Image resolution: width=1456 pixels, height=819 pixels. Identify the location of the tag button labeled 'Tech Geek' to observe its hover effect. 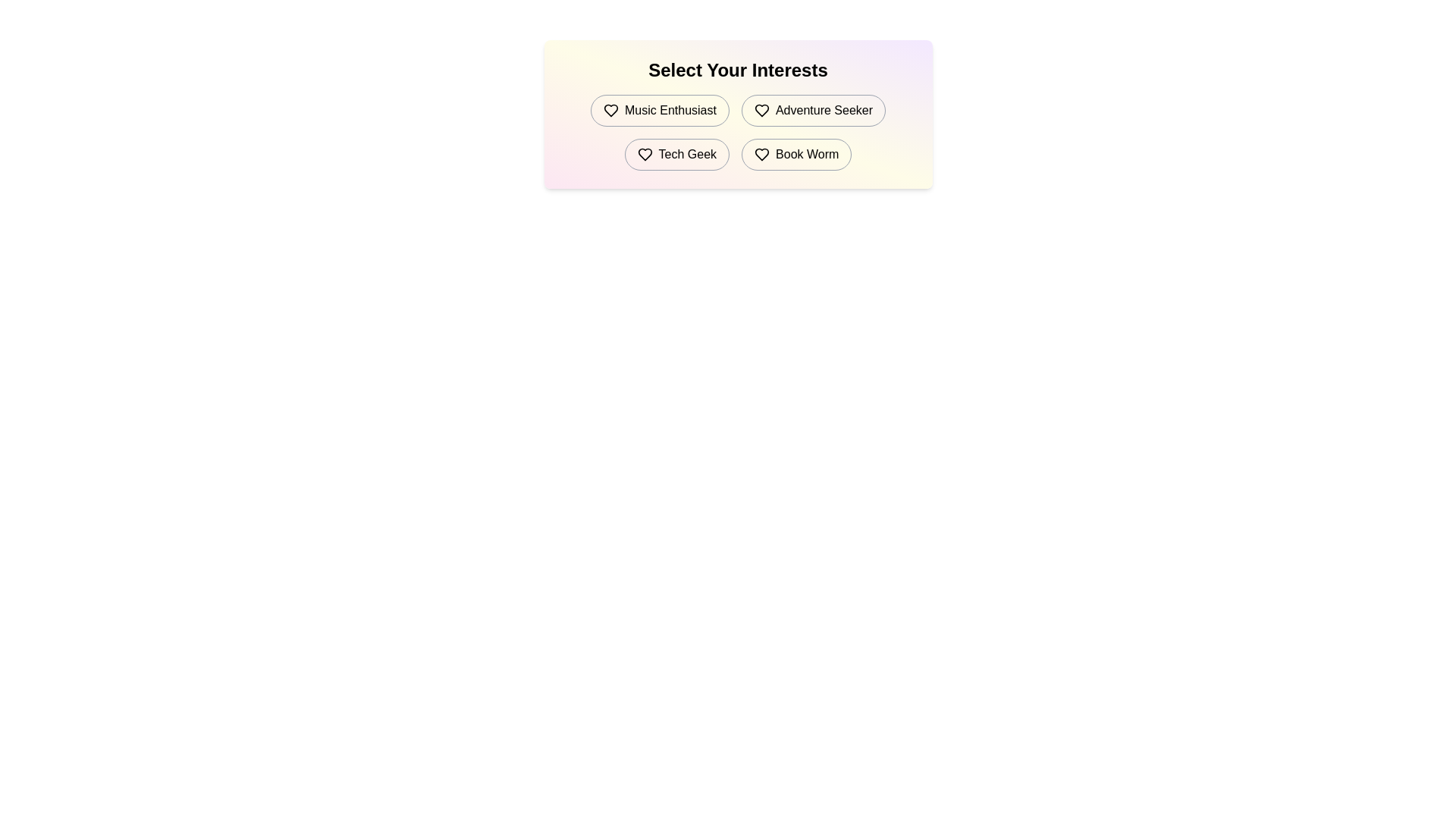
(676, 155).